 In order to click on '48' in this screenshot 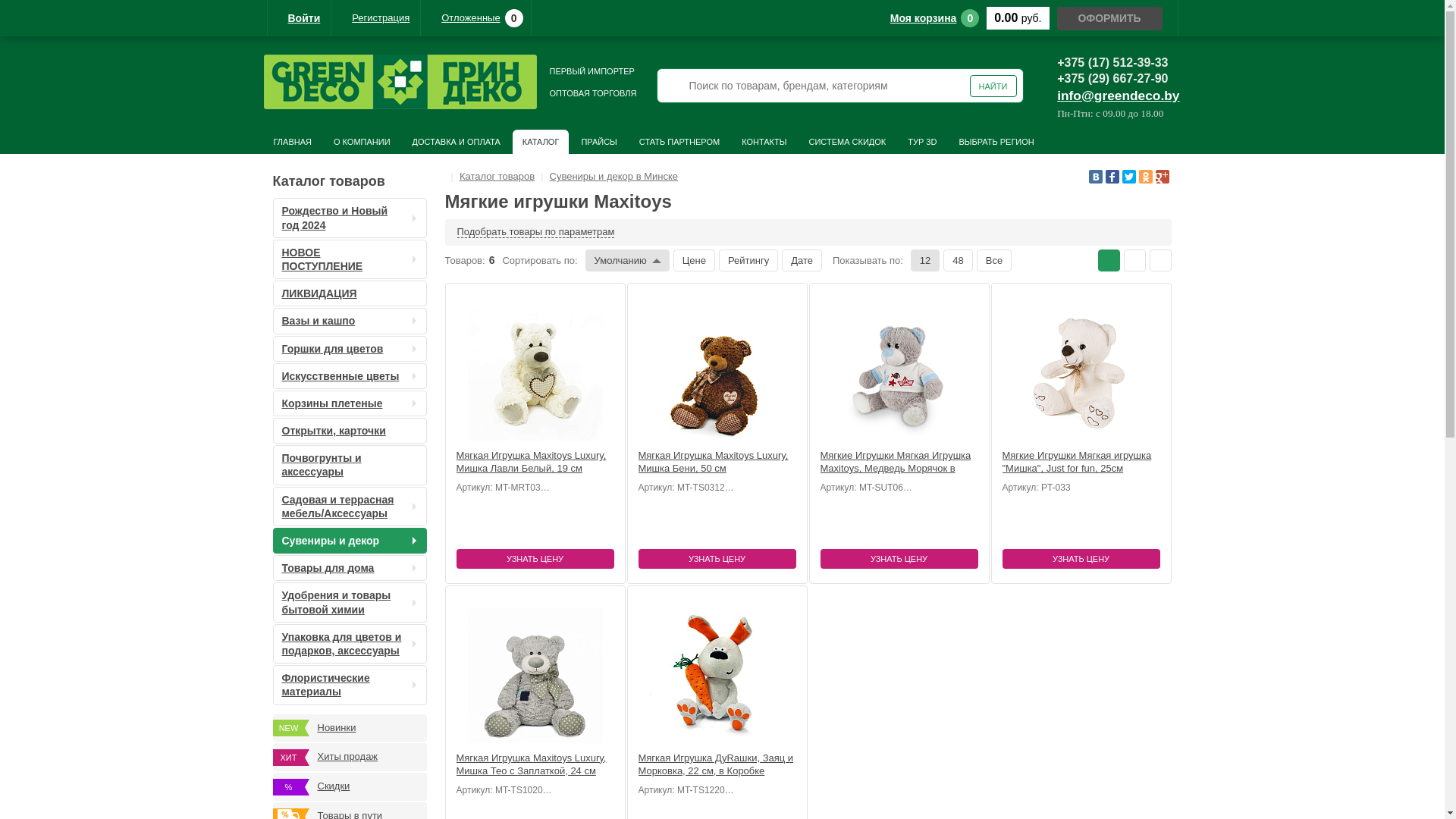, I will do `click(956, 259)`.